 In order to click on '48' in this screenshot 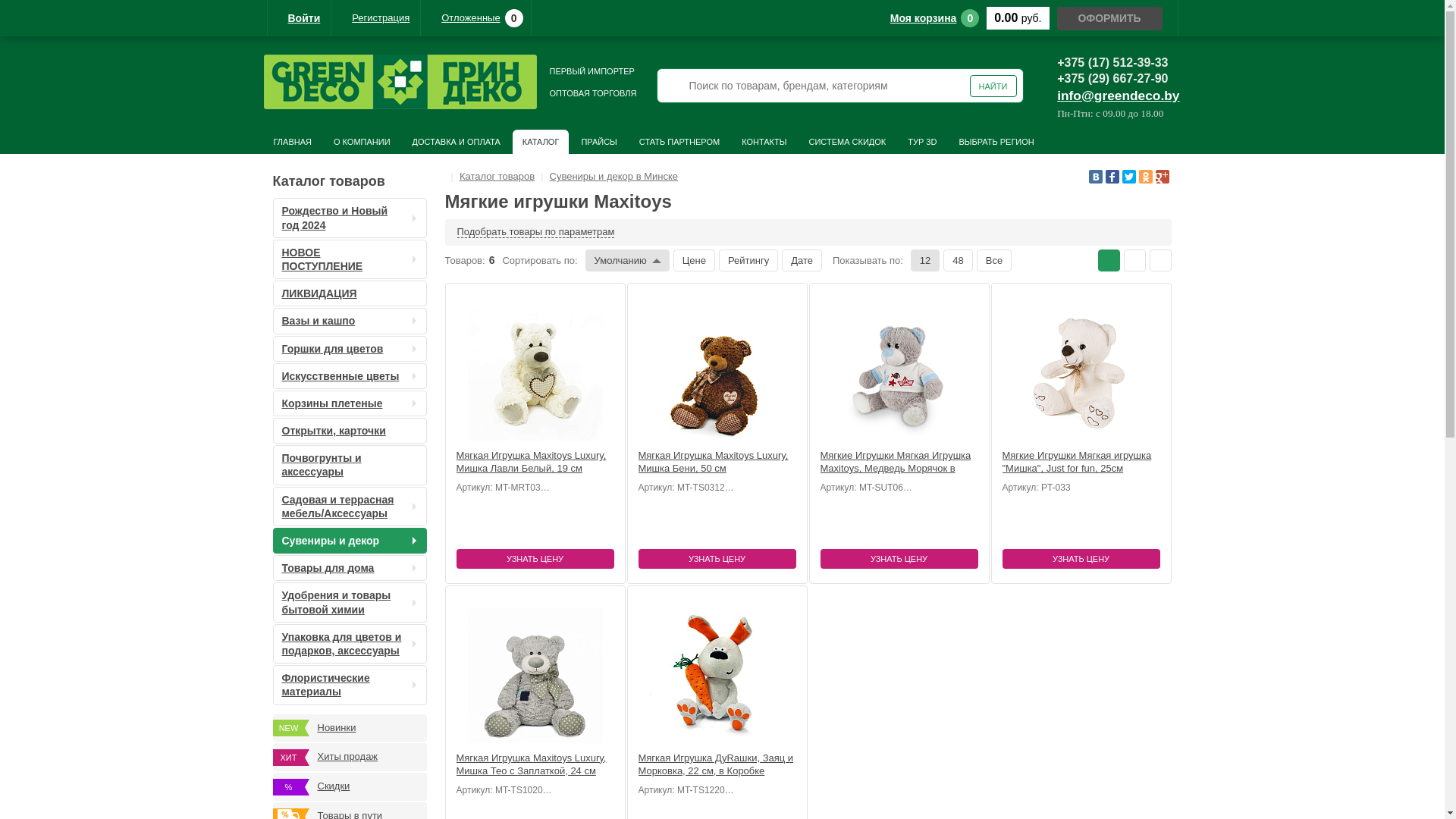, I will do `click(956, 259)`.